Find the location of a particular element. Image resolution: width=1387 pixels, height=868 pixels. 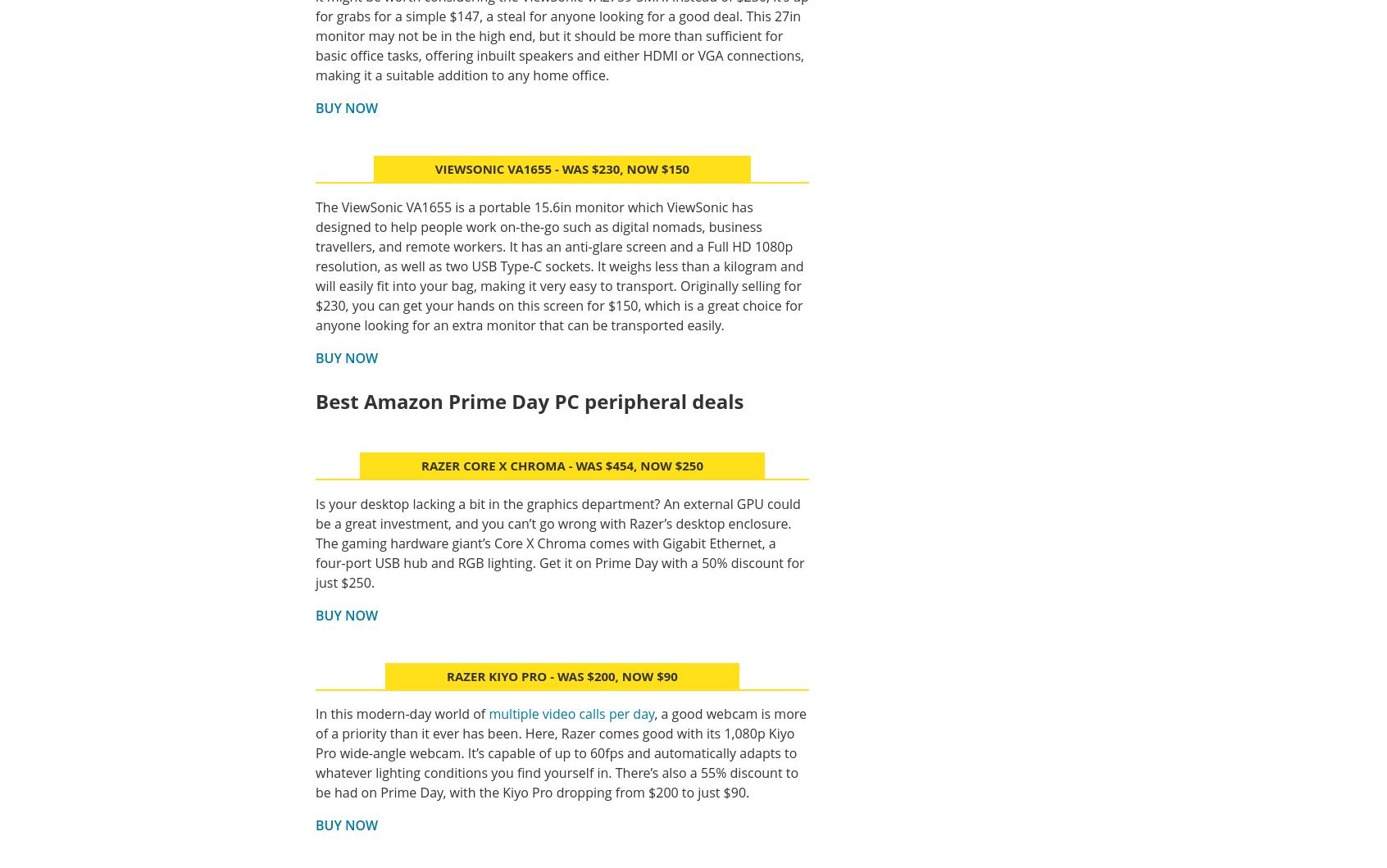

'In this modern-day world of' is located at coordinates (401, 714).